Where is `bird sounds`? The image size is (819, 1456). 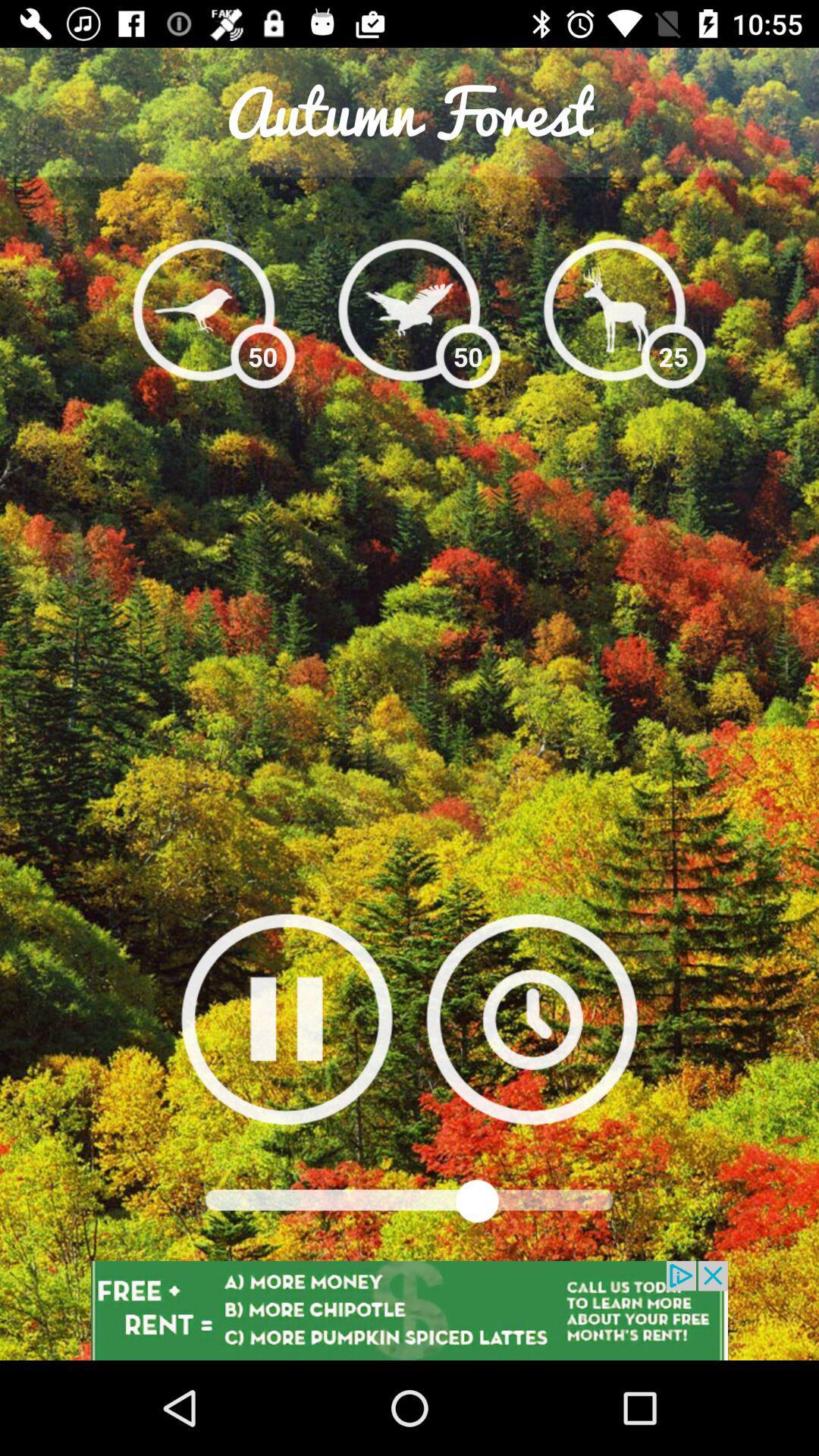 bird sounds is located at coordinates (202, 309).